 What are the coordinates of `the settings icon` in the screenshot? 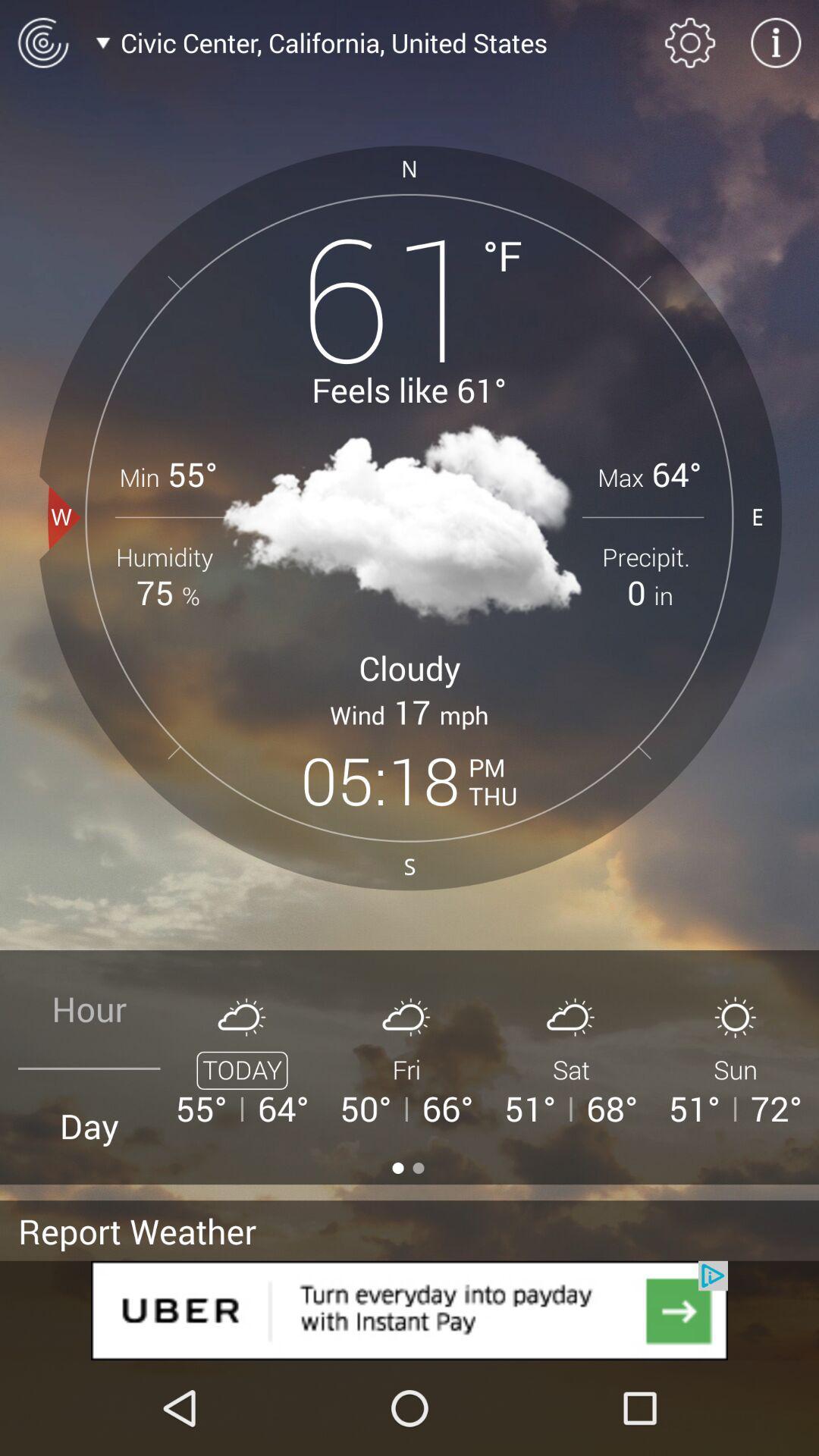 It's located at (690, 42).